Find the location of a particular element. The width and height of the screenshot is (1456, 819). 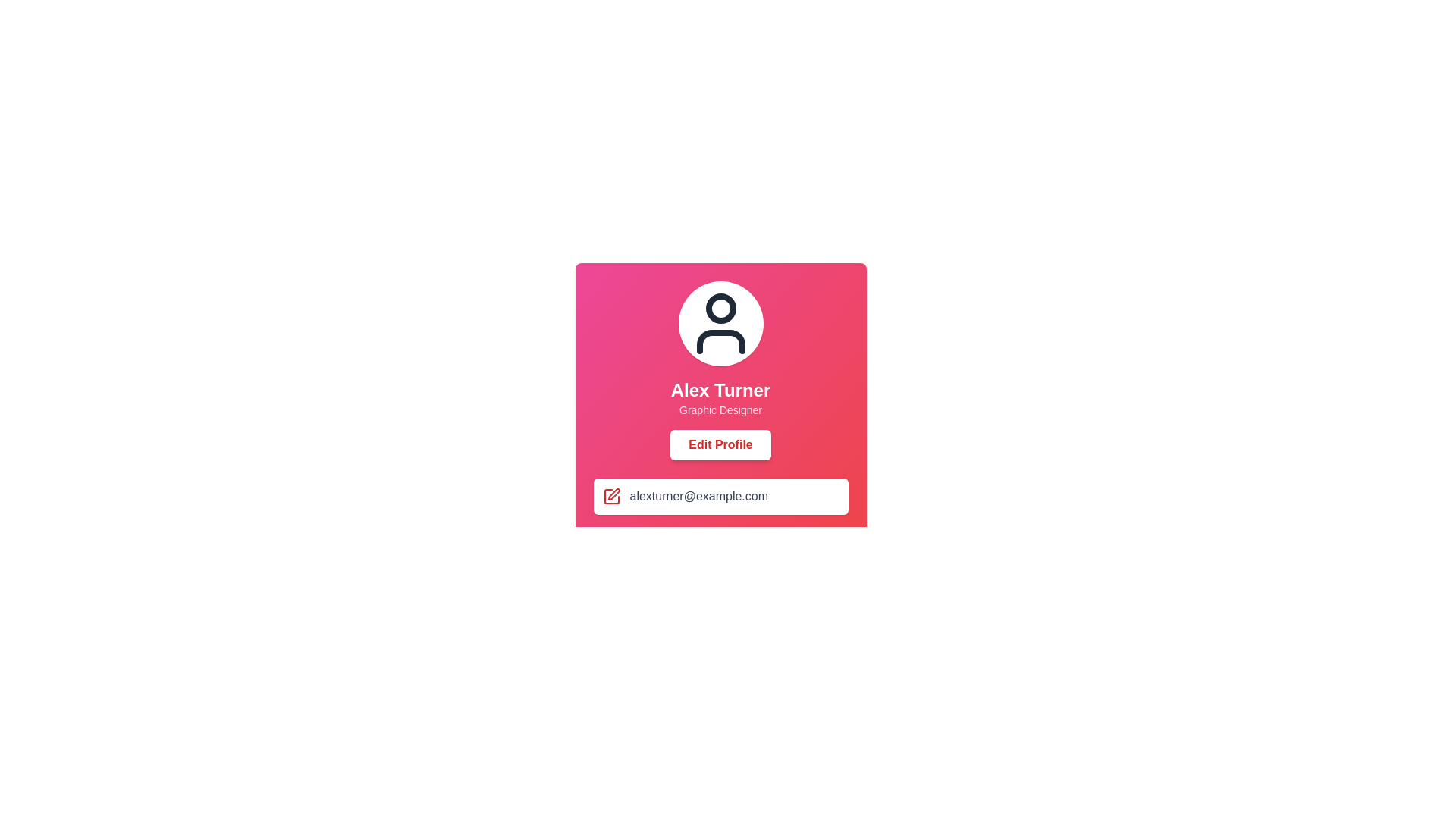

the user profile icon located at the top of the profile card interface, which visually represents the user and is positioned above the text 'Alex Turner' and 'Graphic Designer' is located at coordinates (720, 323).